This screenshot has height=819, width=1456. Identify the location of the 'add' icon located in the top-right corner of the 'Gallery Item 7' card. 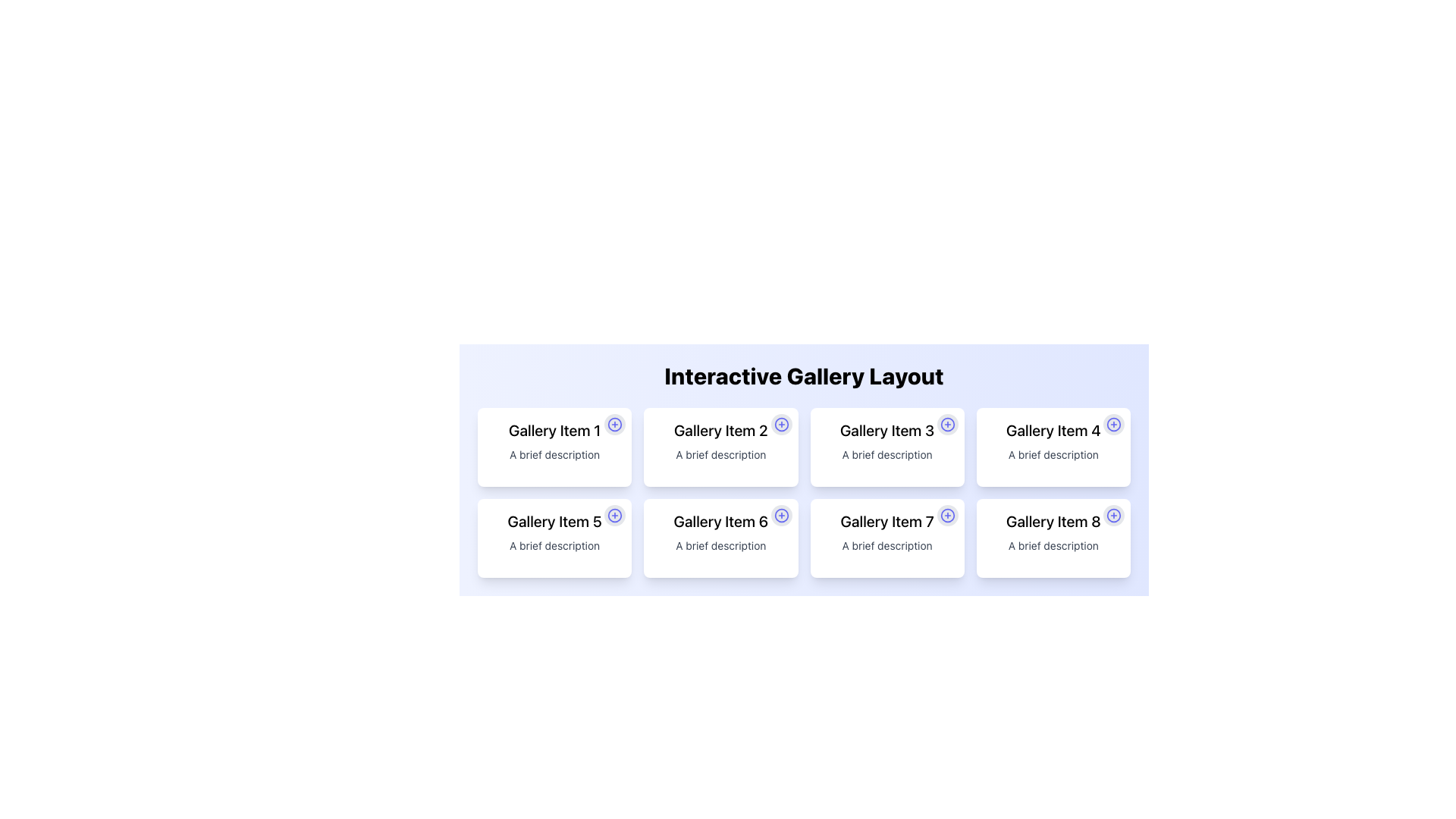
(946, 514).